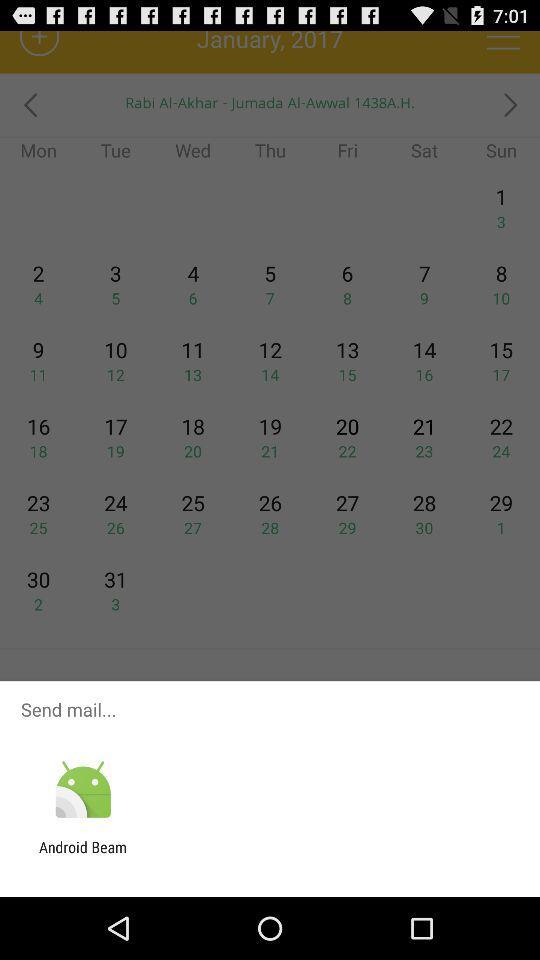  Describe the element at coordinates (82, 855) in the screenshot. I see `the android beam icon` at that location.